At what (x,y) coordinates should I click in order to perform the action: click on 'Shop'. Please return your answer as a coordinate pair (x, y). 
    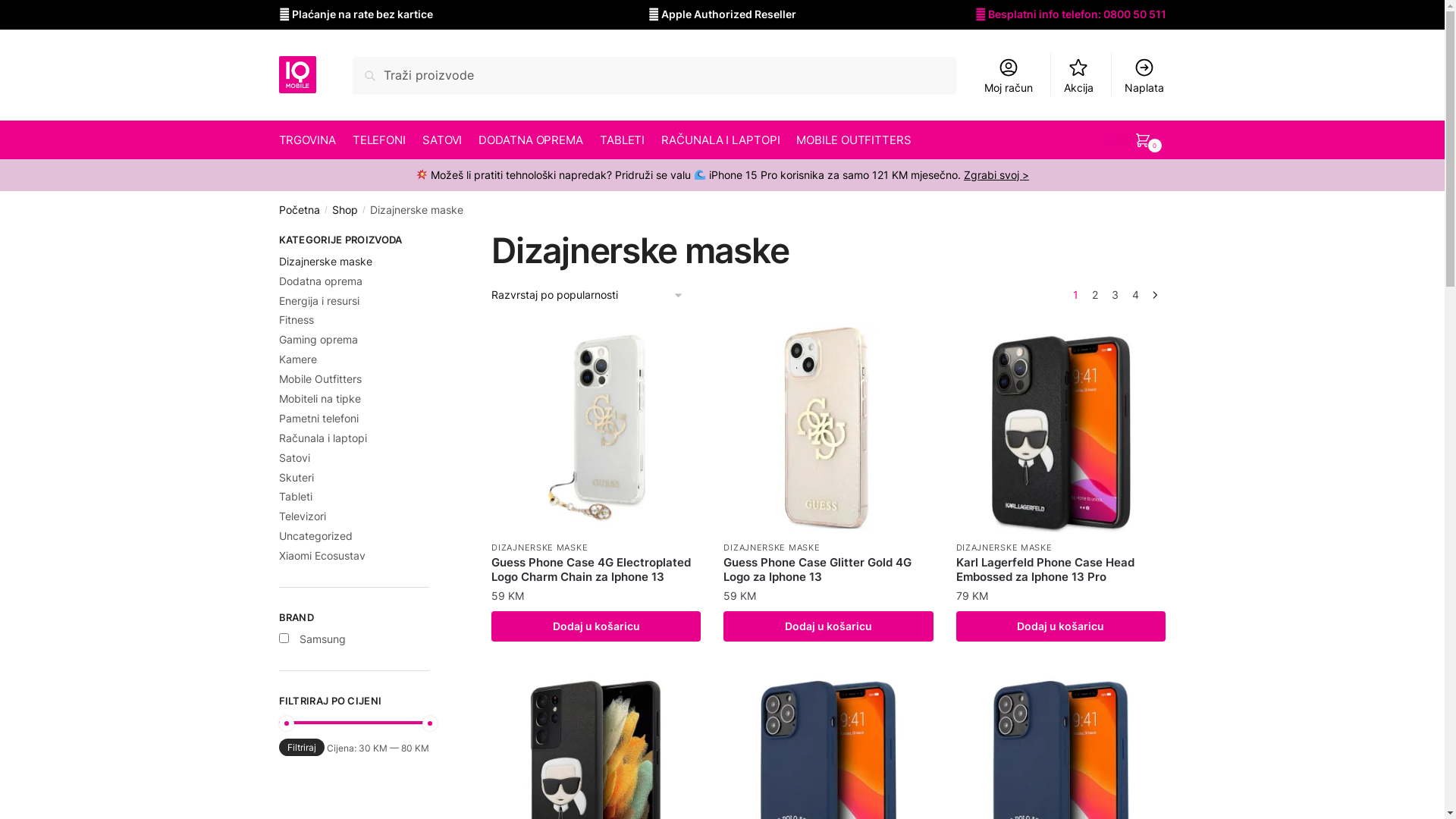
    Looking at the image, I should click on (344, 209).